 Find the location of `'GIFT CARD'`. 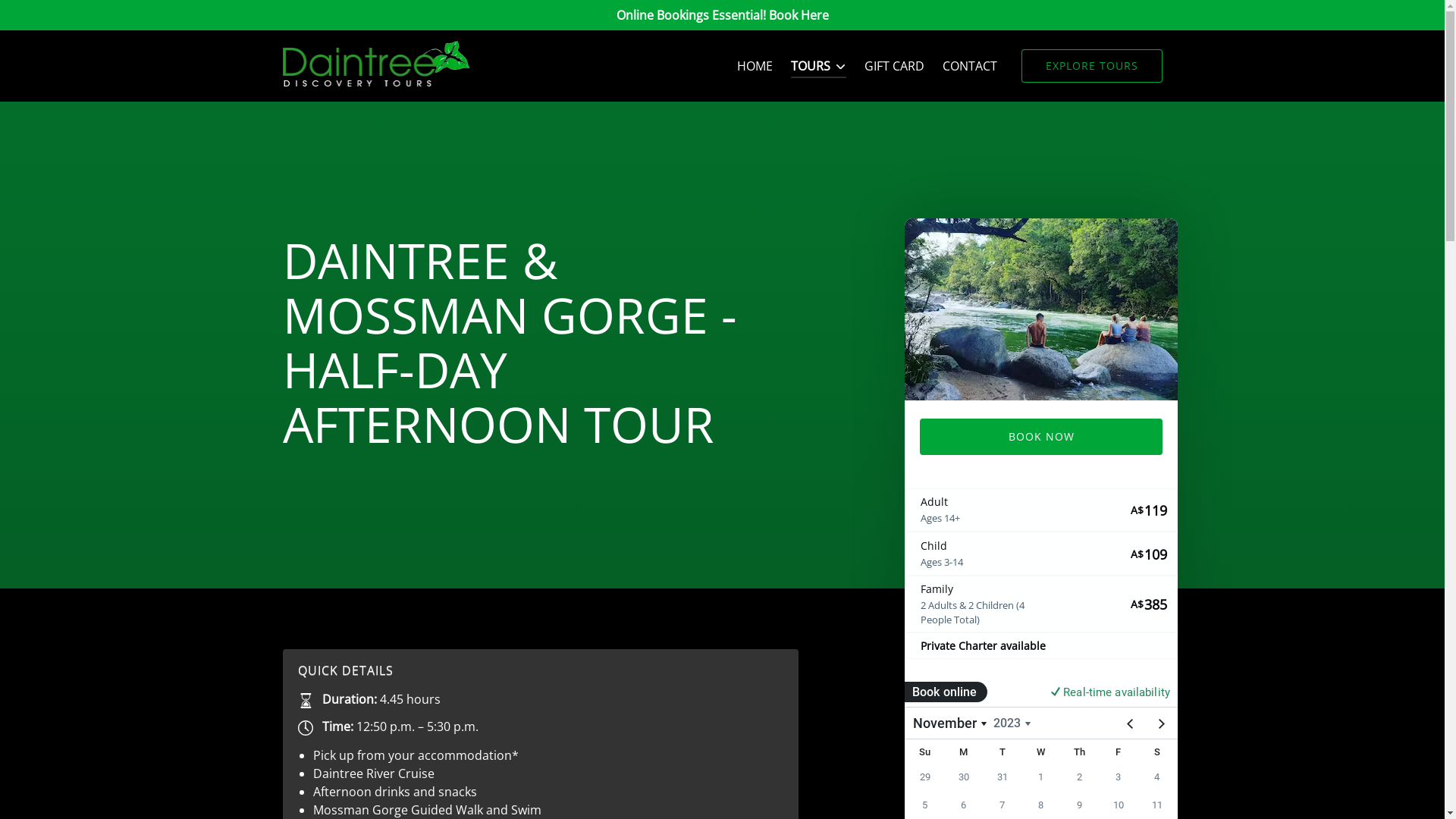

'GIFT CARD' is located at coordinates (894, 65).